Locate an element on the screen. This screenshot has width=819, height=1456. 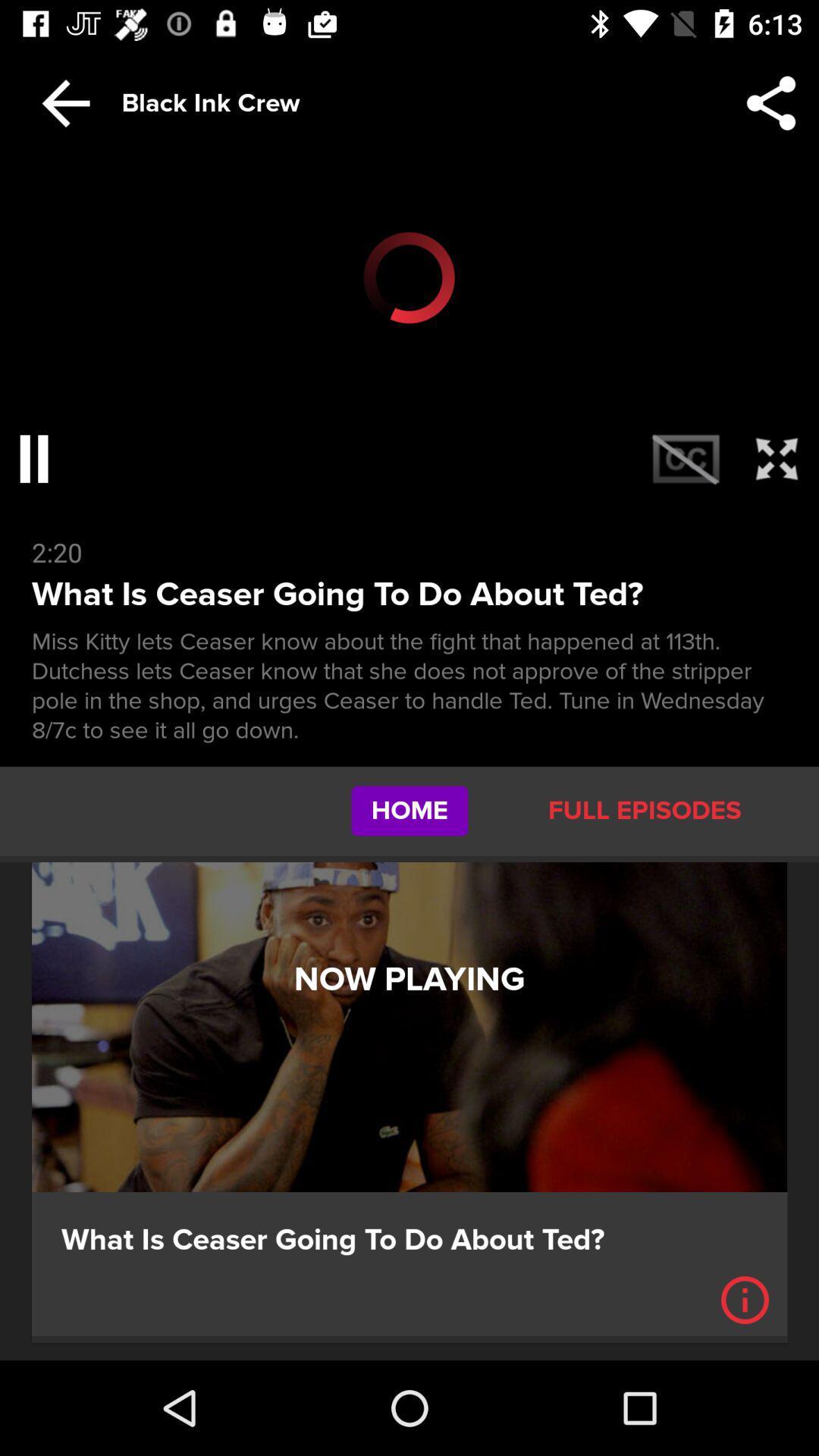
the fullscreen icon is located at coordinates (777, 457).